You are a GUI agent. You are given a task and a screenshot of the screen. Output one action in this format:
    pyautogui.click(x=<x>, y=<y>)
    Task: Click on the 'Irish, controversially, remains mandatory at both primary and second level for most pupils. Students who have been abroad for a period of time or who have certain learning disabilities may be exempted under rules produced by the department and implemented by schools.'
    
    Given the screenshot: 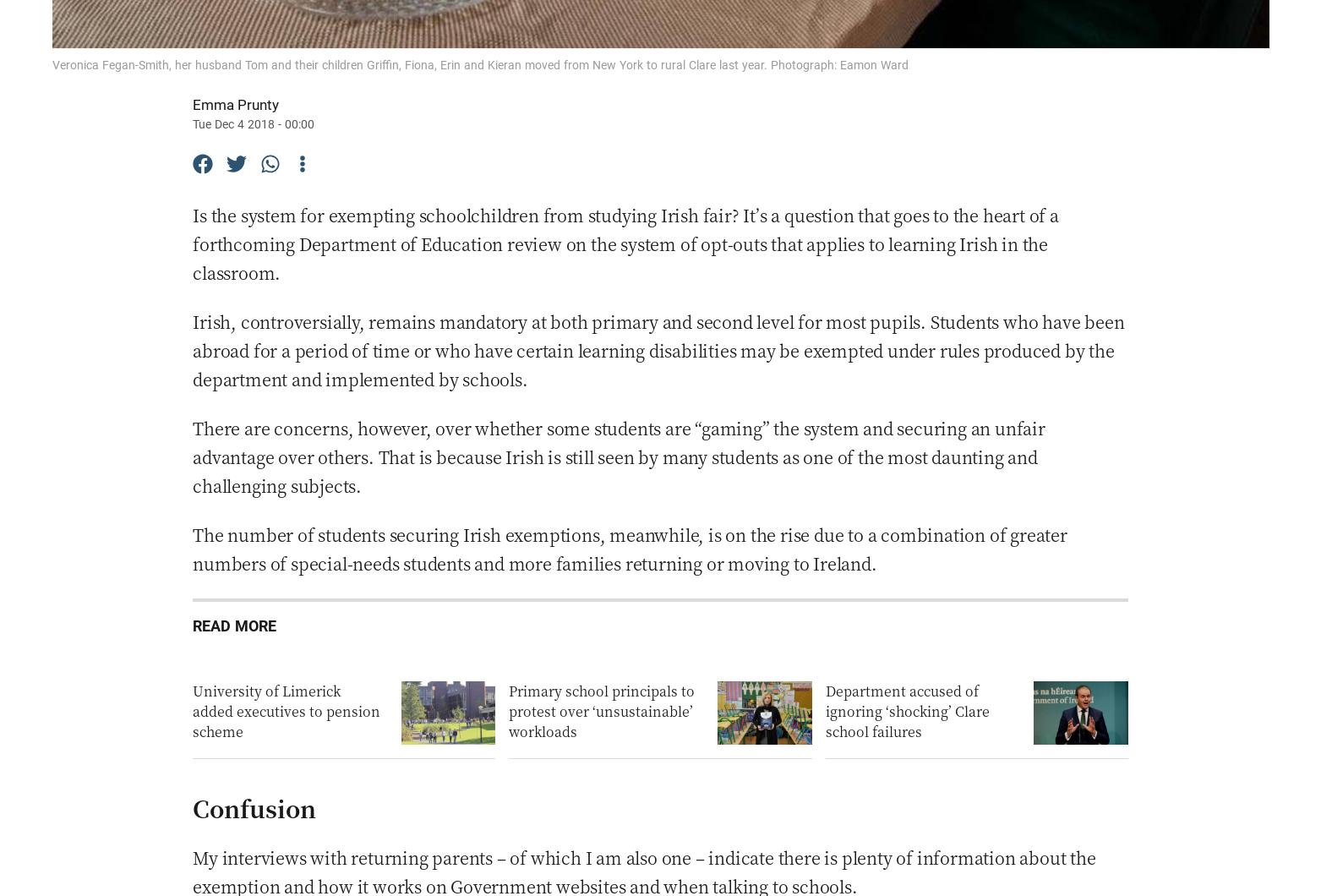 What is the action you would take?
    pyautogui.click(x=658, y=349)
    